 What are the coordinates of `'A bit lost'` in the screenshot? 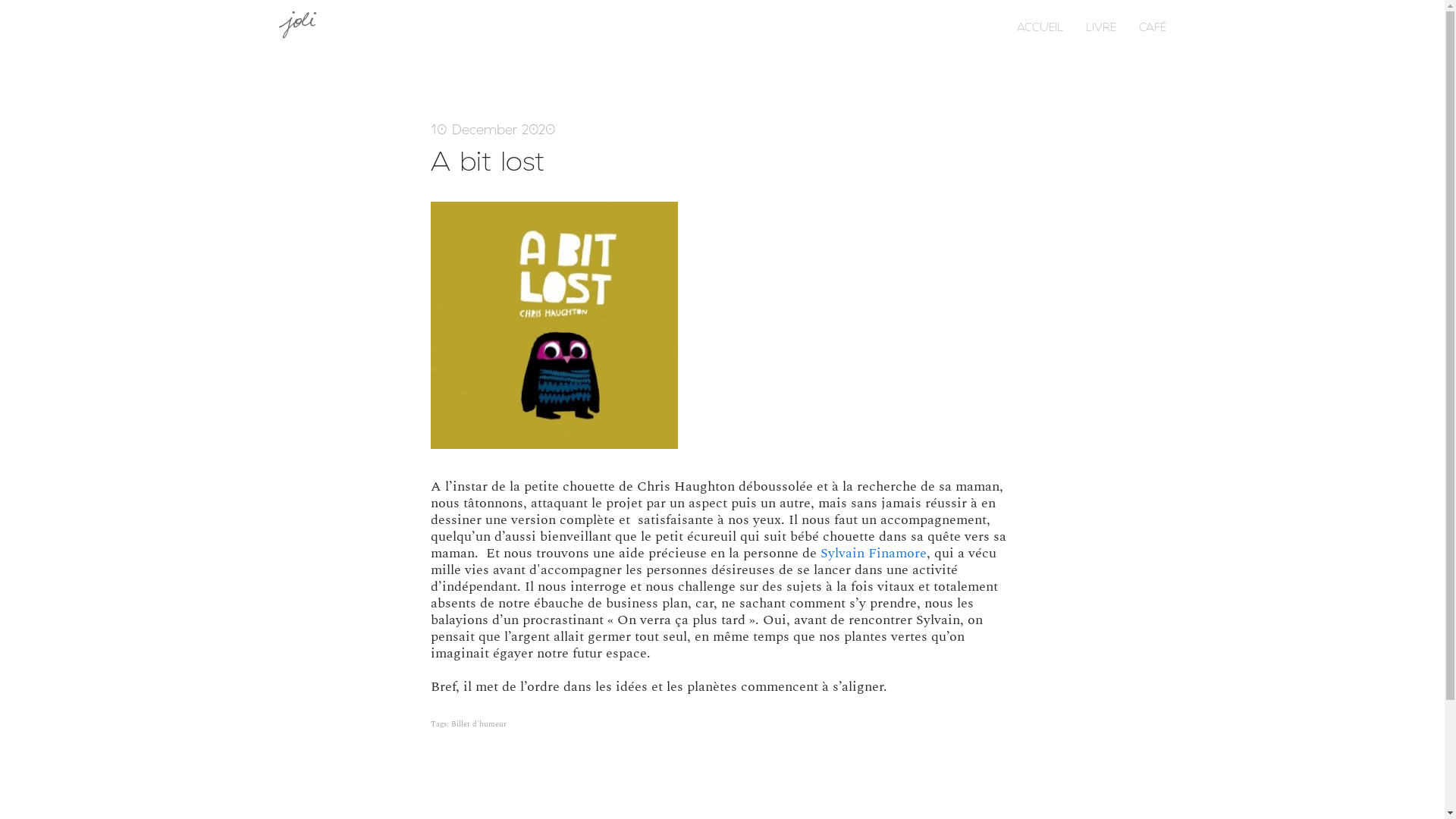 It's located at (429, 160).